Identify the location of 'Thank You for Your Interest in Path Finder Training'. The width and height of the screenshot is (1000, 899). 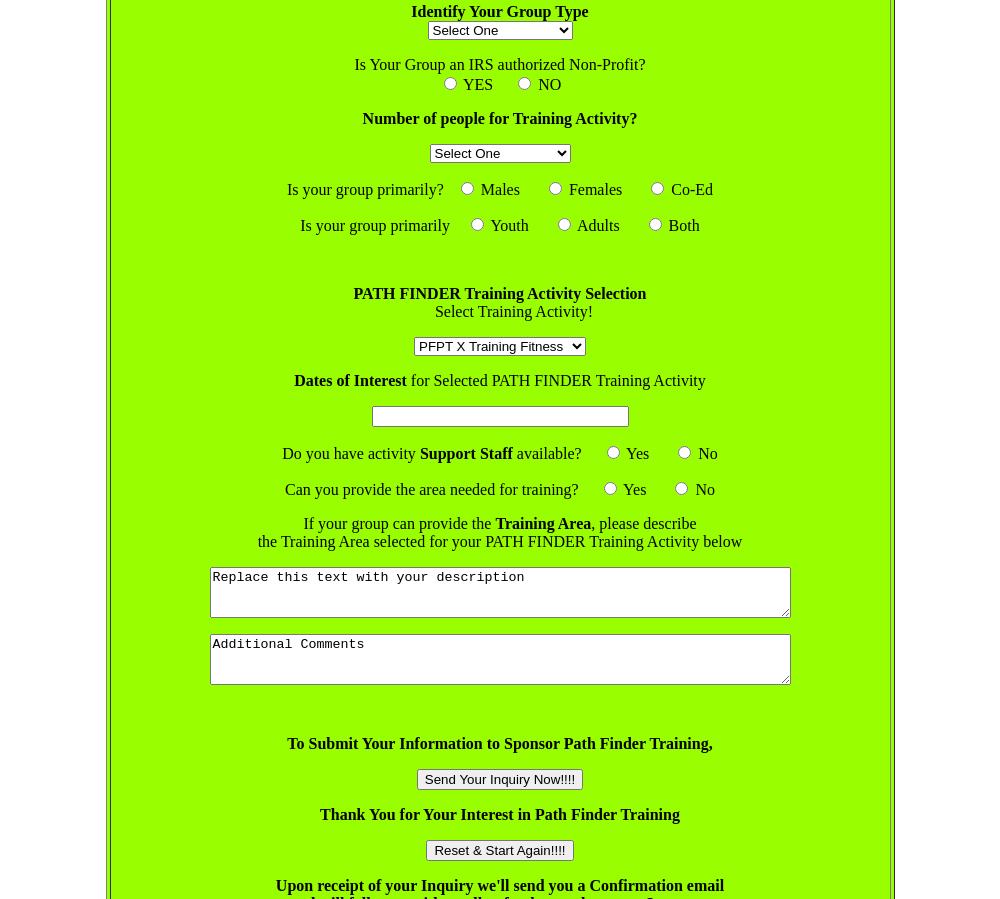
(498, 814).